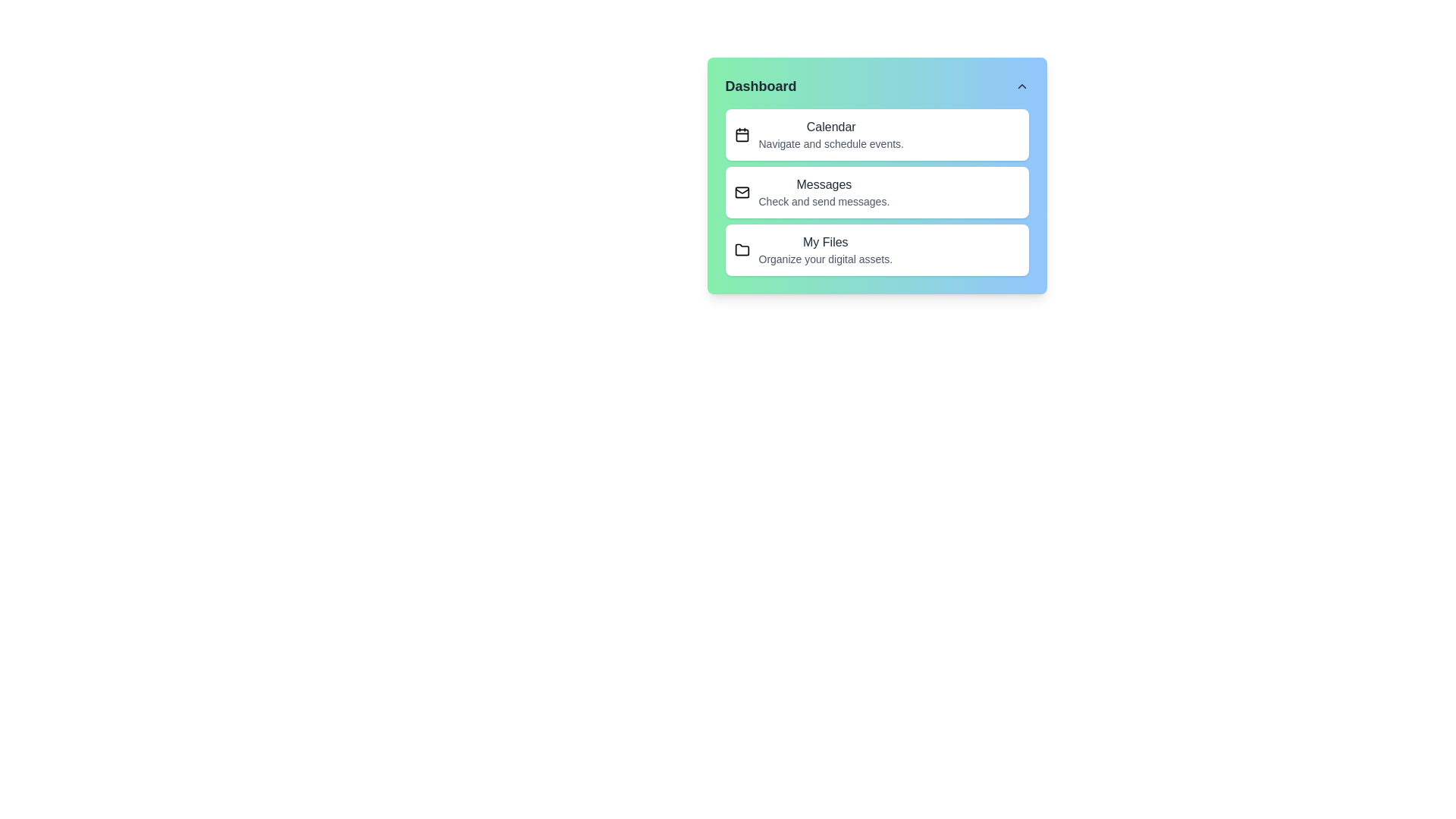 This screenshot has width=1456, height=819. What do you see at coordinates (877, 192) in the screenshot?
I see `the menu item Messages to interact with it` at bounding box center [877, 192].